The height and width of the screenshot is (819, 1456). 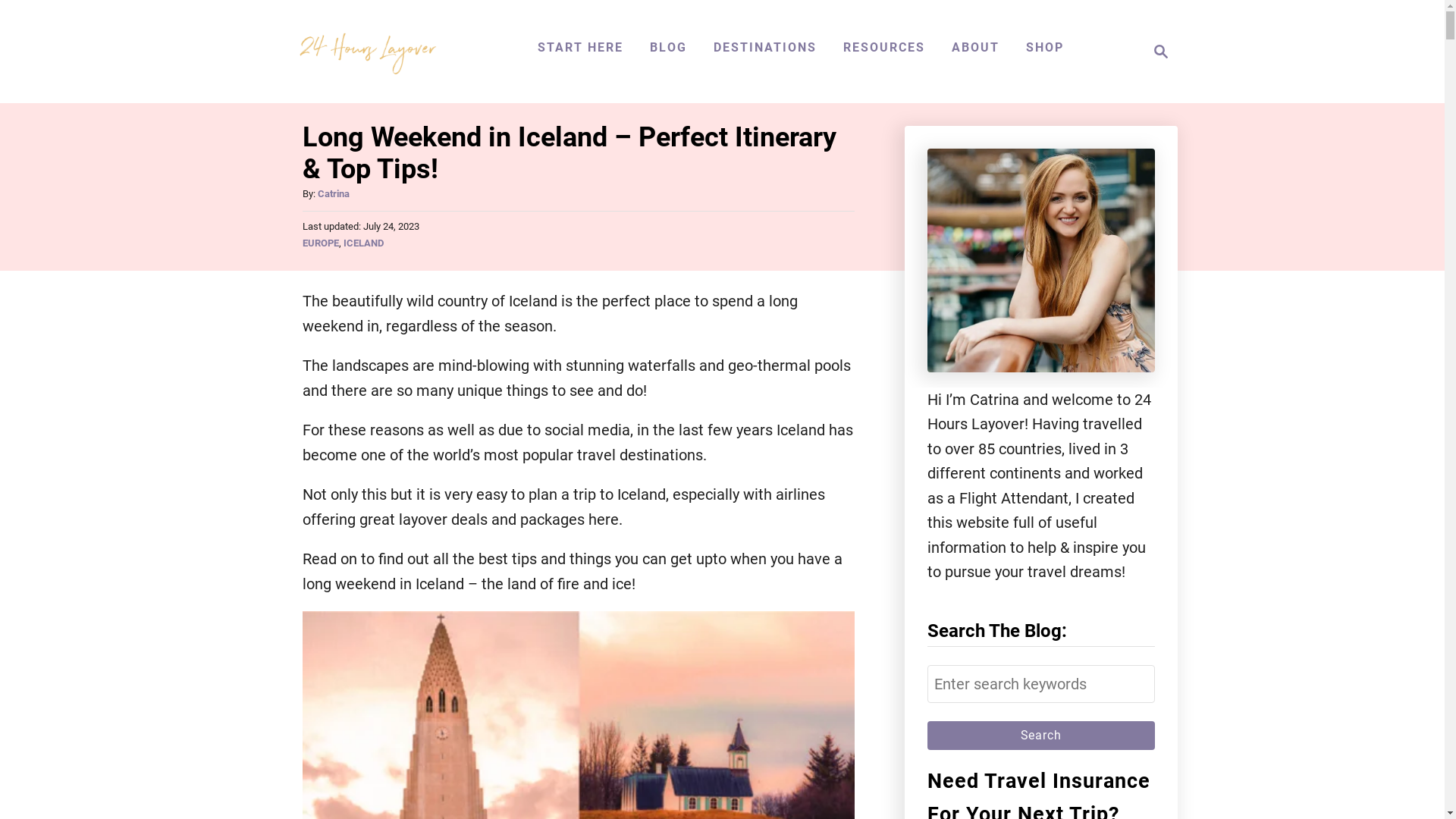 I want to click on 'Search', so click(x=1040, y=734).